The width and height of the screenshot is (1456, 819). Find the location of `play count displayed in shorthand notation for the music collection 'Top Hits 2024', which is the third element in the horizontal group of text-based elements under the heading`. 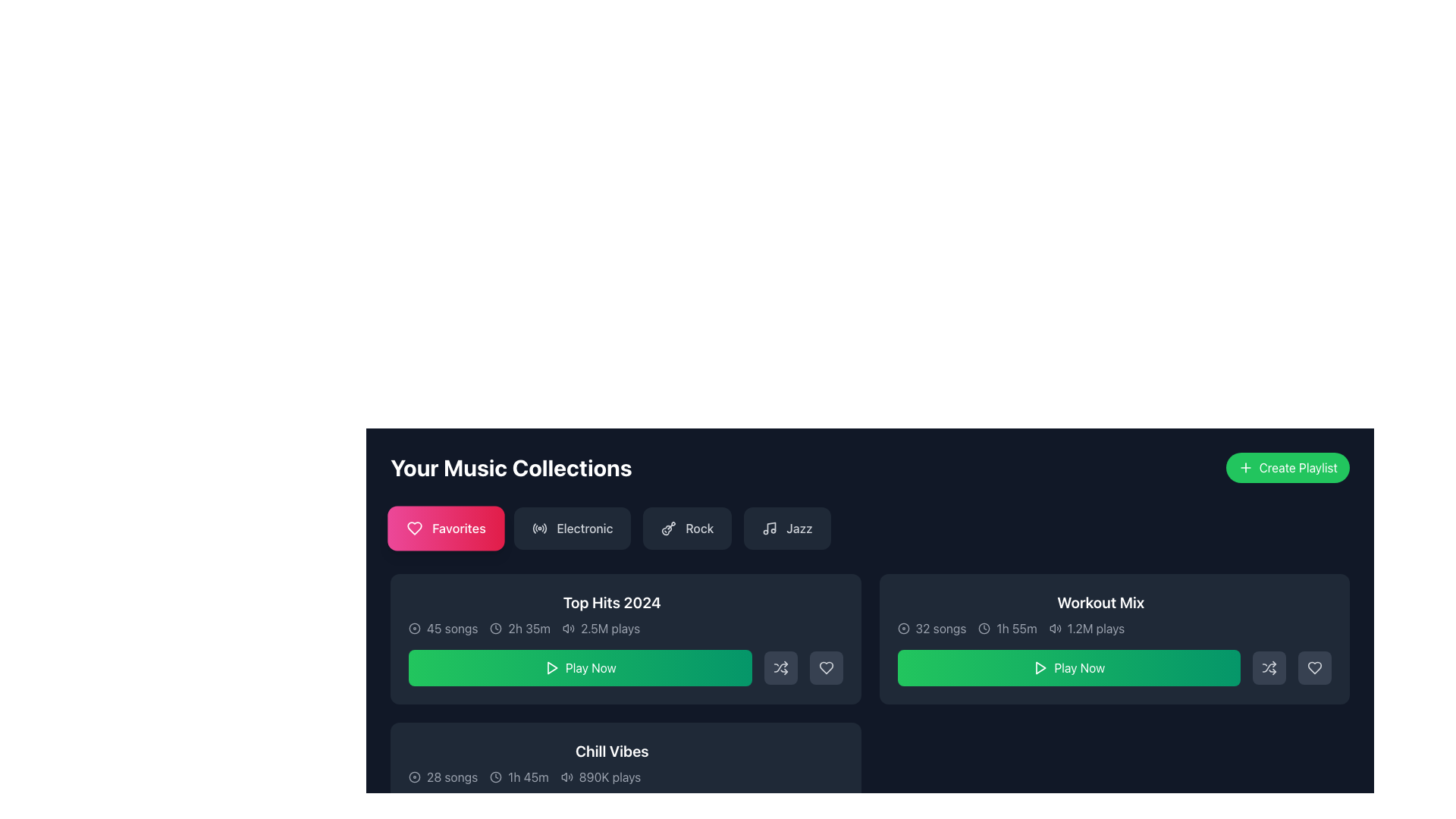

play count displayed in shorthand notation for the music collection 'Top Hits 2024', which is the third element in the horizontal group of text-based elements under the heading is located at coordinates (601, 629).